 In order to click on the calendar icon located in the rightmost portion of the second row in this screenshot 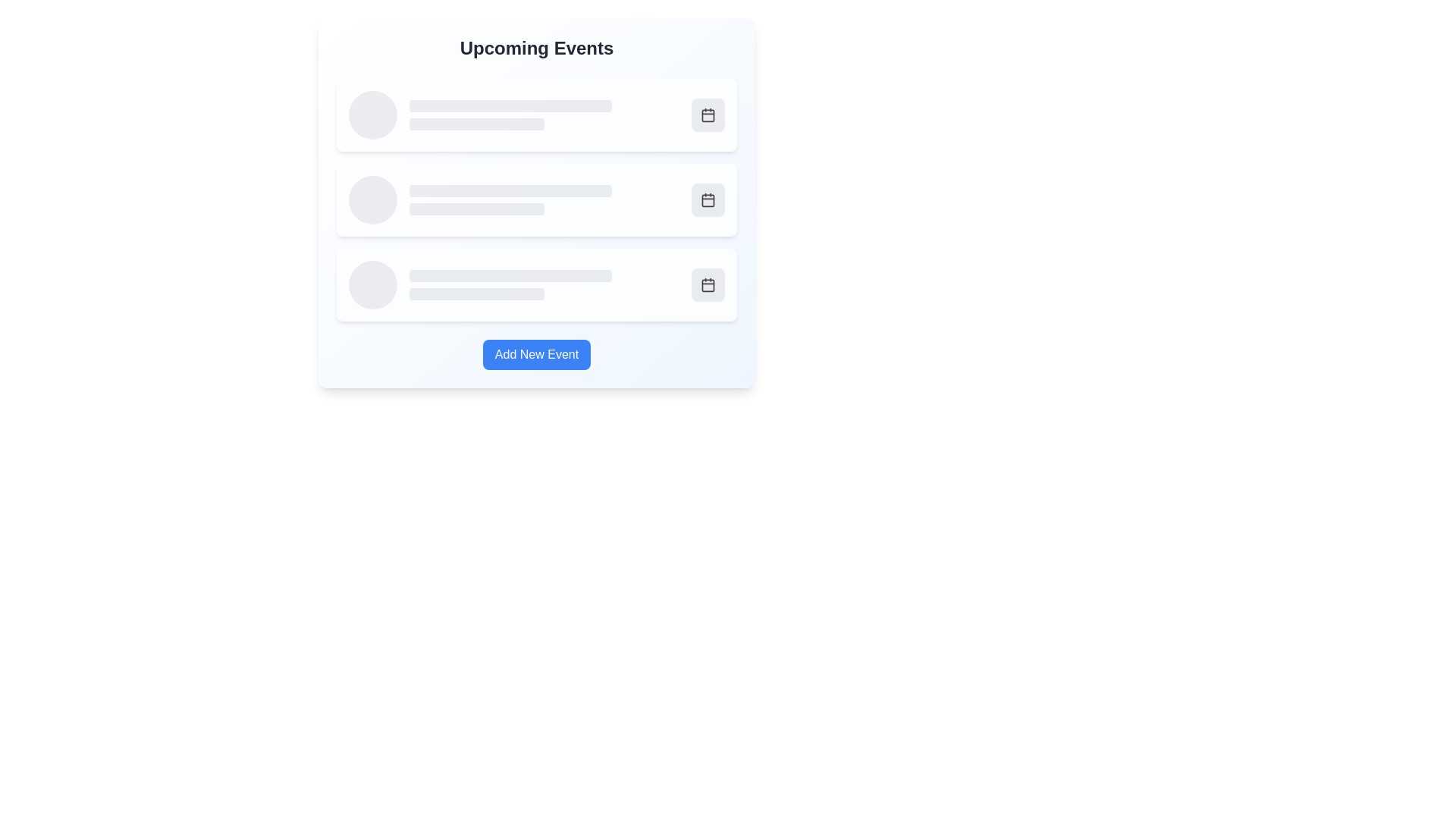, I will do `click(708, 199)`.